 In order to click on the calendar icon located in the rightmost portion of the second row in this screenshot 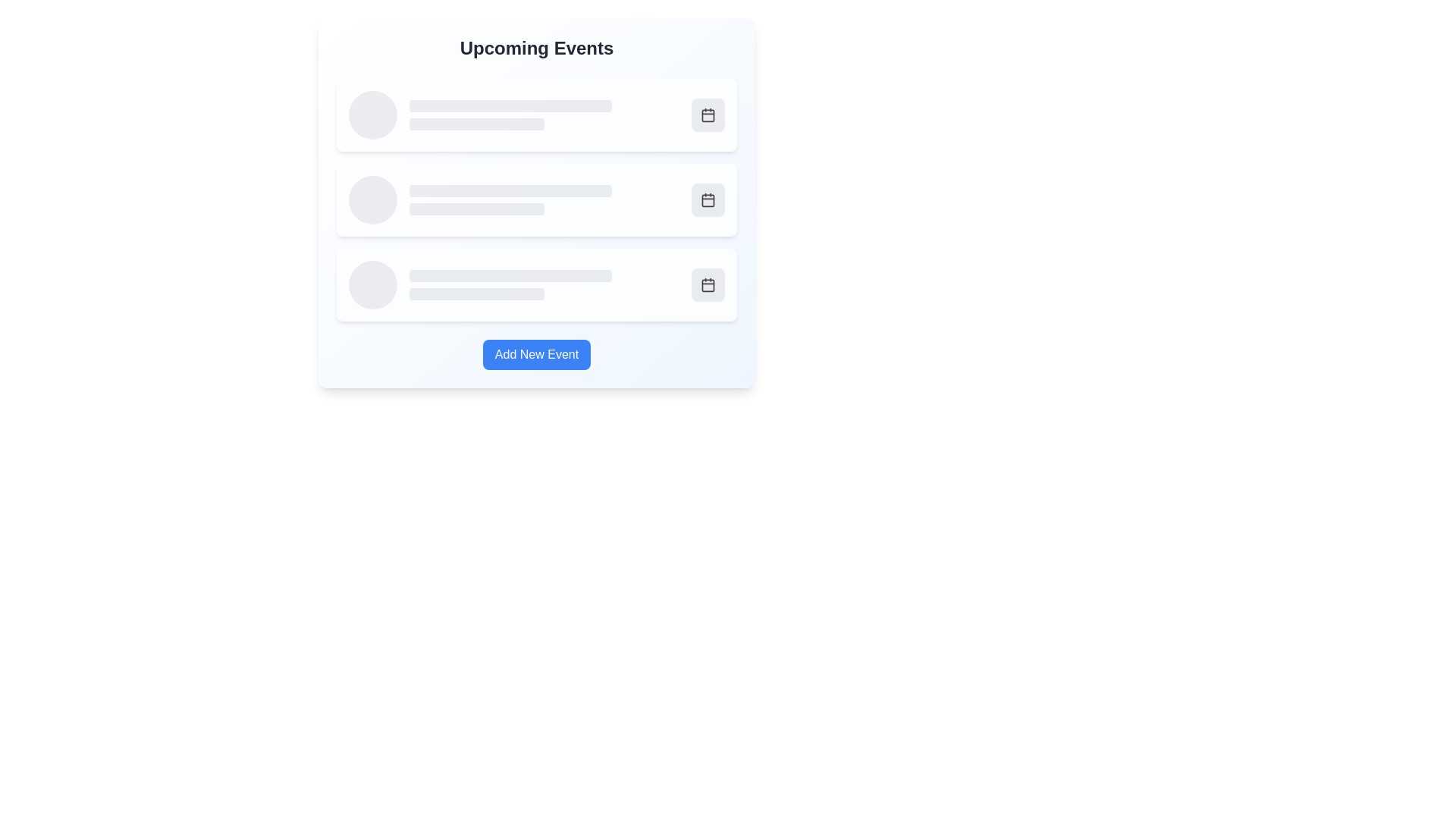, I will do `click(708, 199)`.